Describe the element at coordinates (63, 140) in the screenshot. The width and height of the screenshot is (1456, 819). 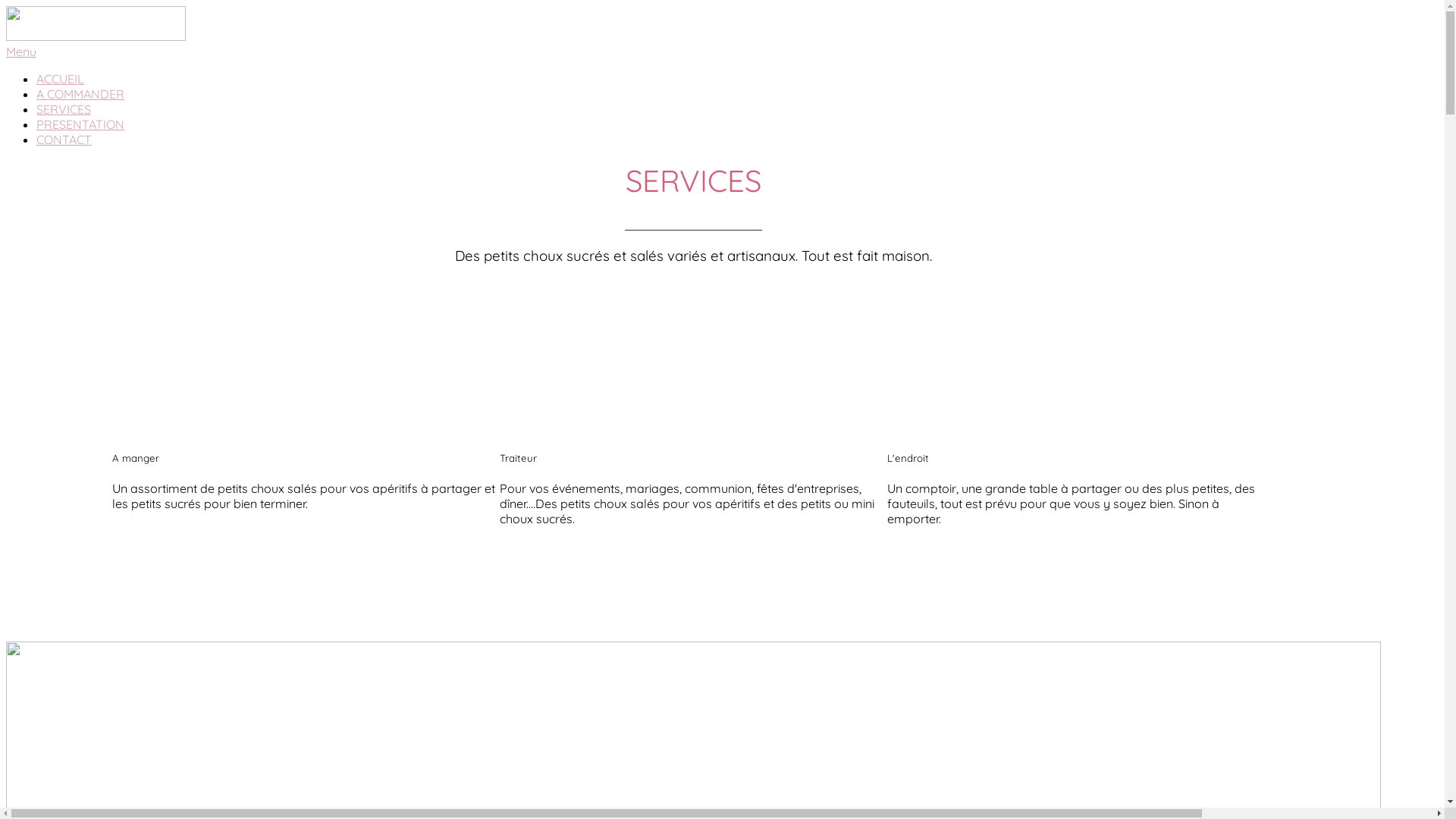
I see `'CONTACT'` at that location.